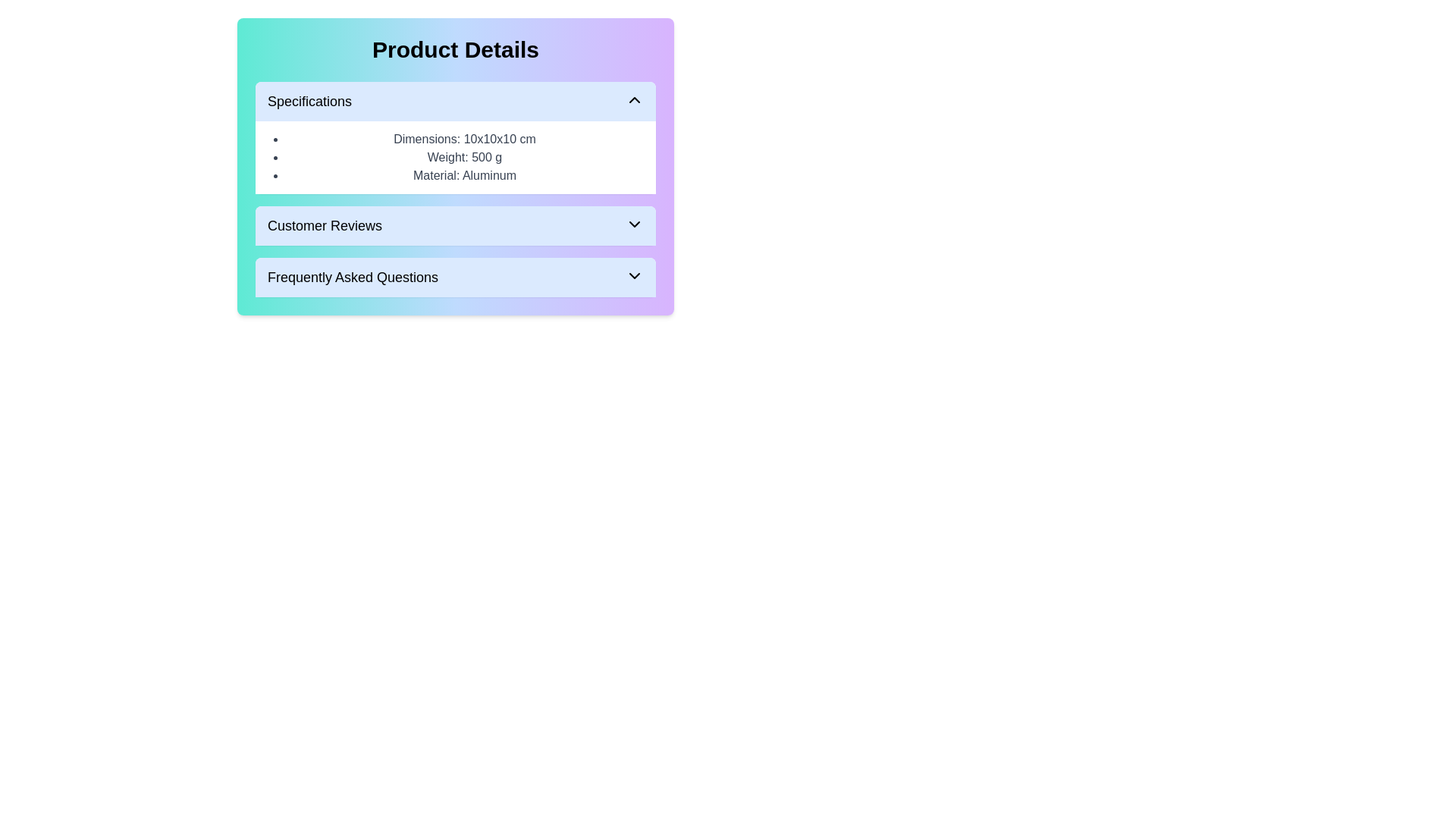 The width and height of the screenshot is (1456, 819). I want to click on the chevron icon located at the far right of the 'Frequently Asked Questions' section header, so click(634, 275).